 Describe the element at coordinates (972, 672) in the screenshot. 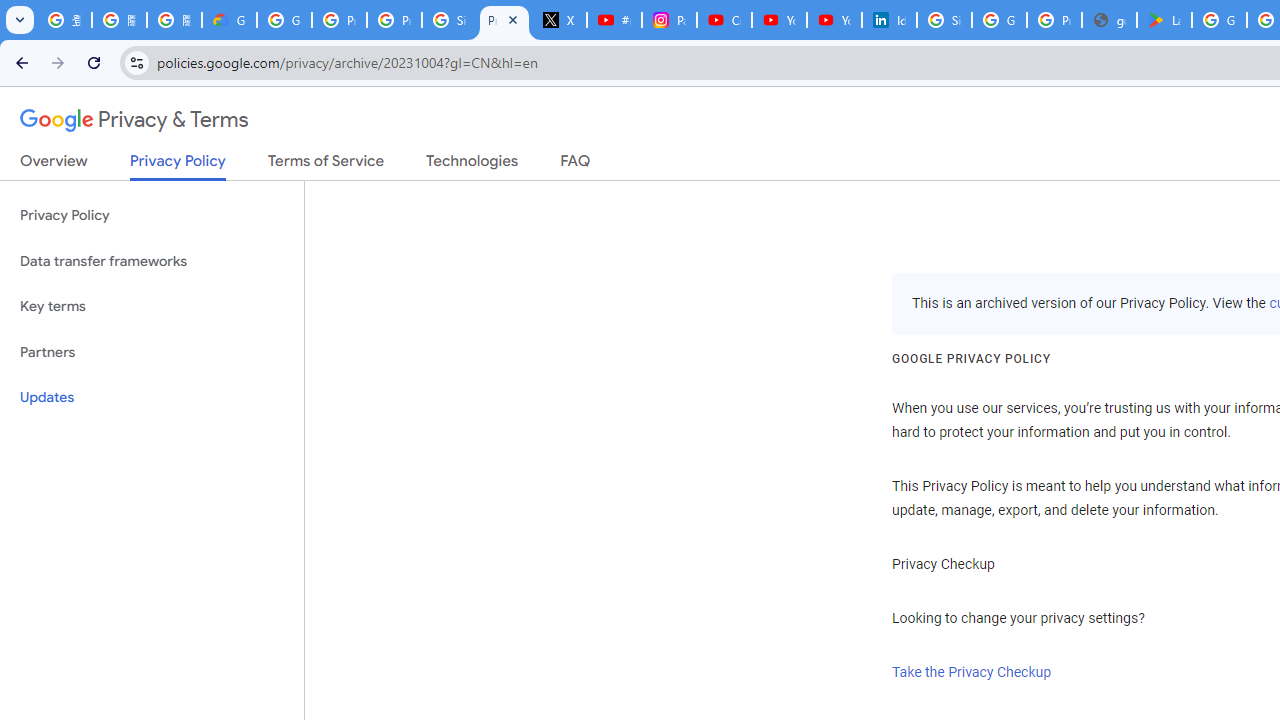

I see `'Take the Privacy Checkup'` at that location.